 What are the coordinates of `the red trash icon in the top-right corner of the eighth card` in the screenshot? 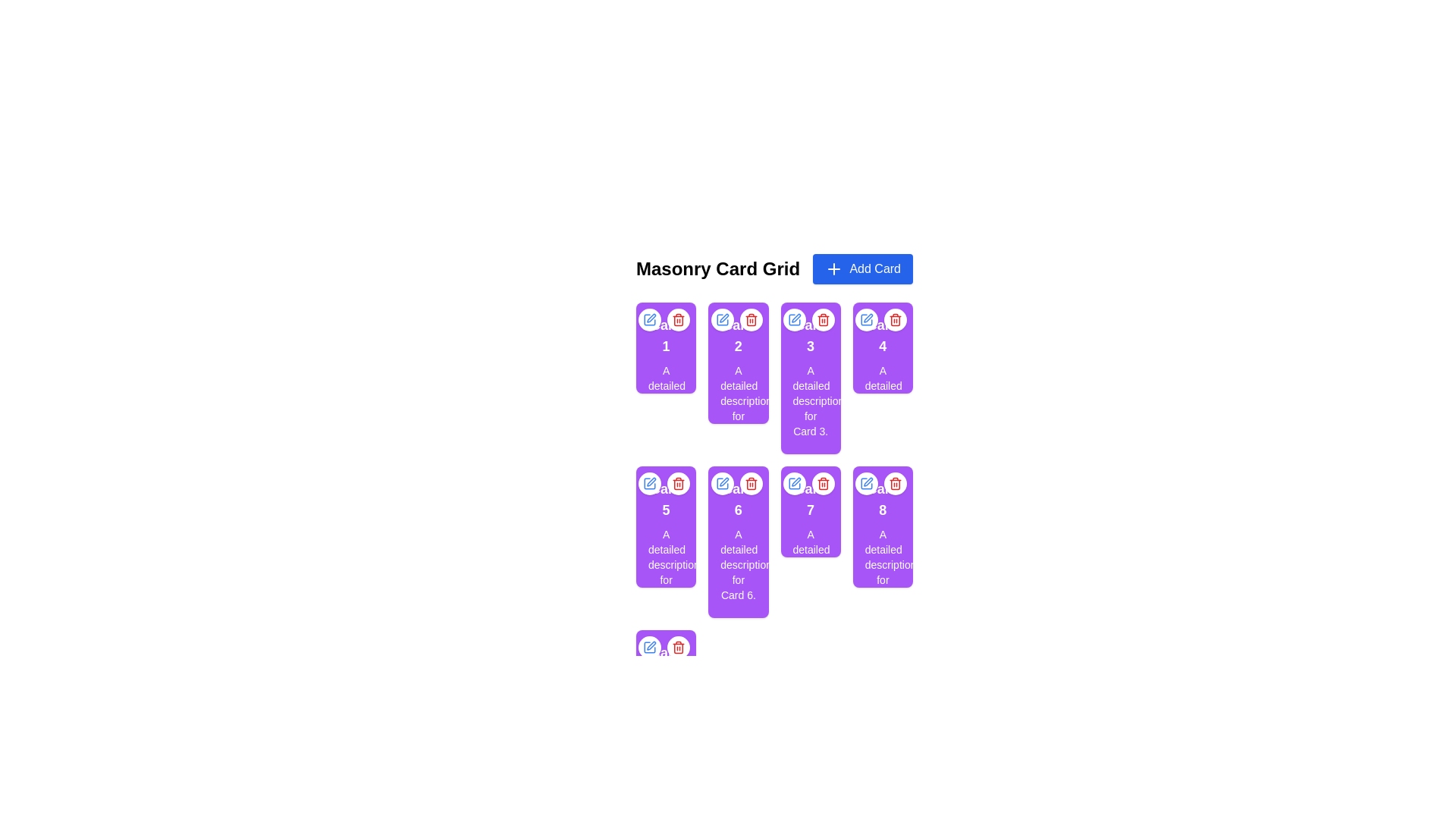 It's located at (880, 483).